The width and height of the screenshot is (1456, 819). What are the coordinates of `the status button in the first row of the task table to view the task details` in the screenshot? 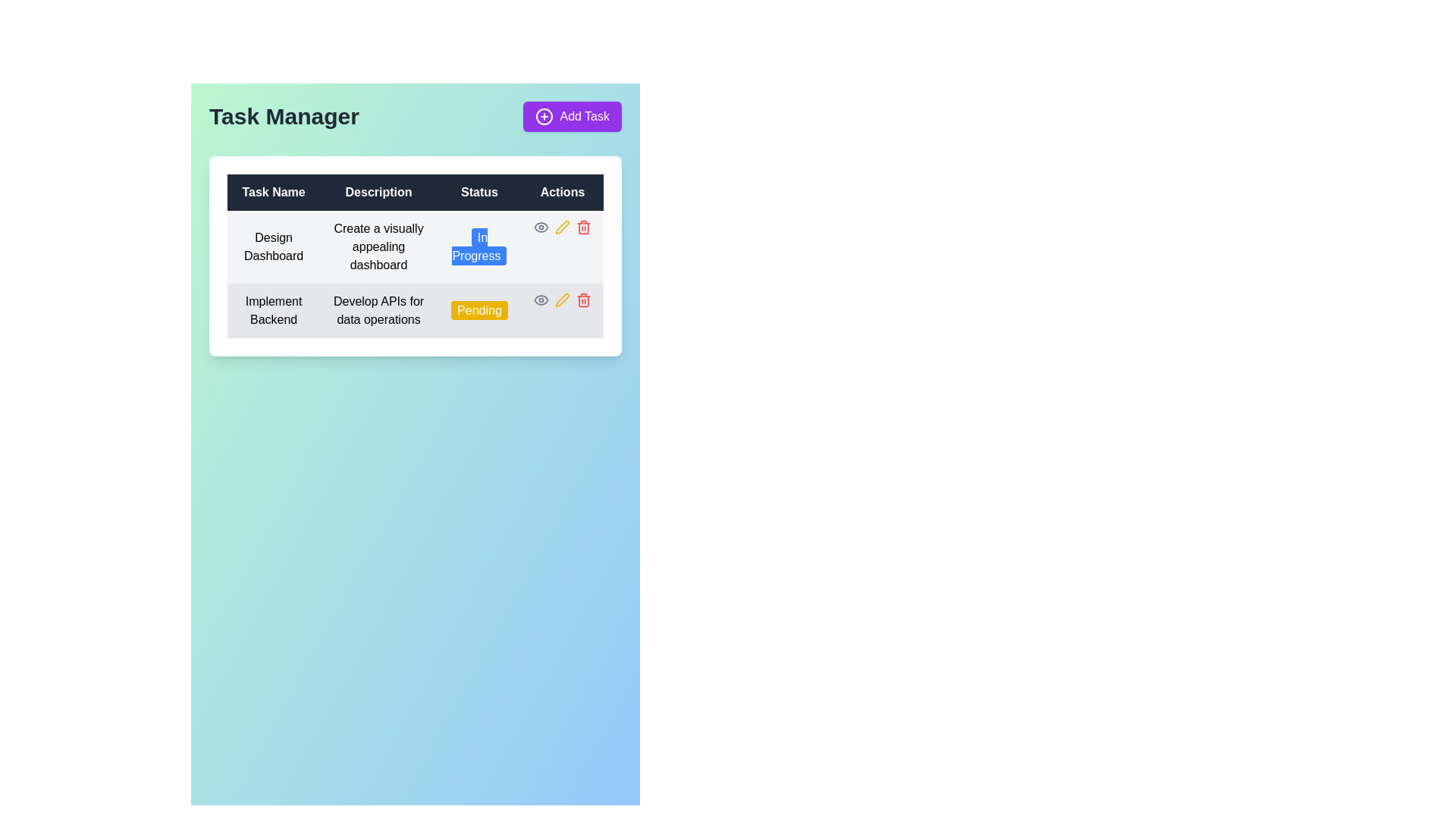 It's located at (415, 275).